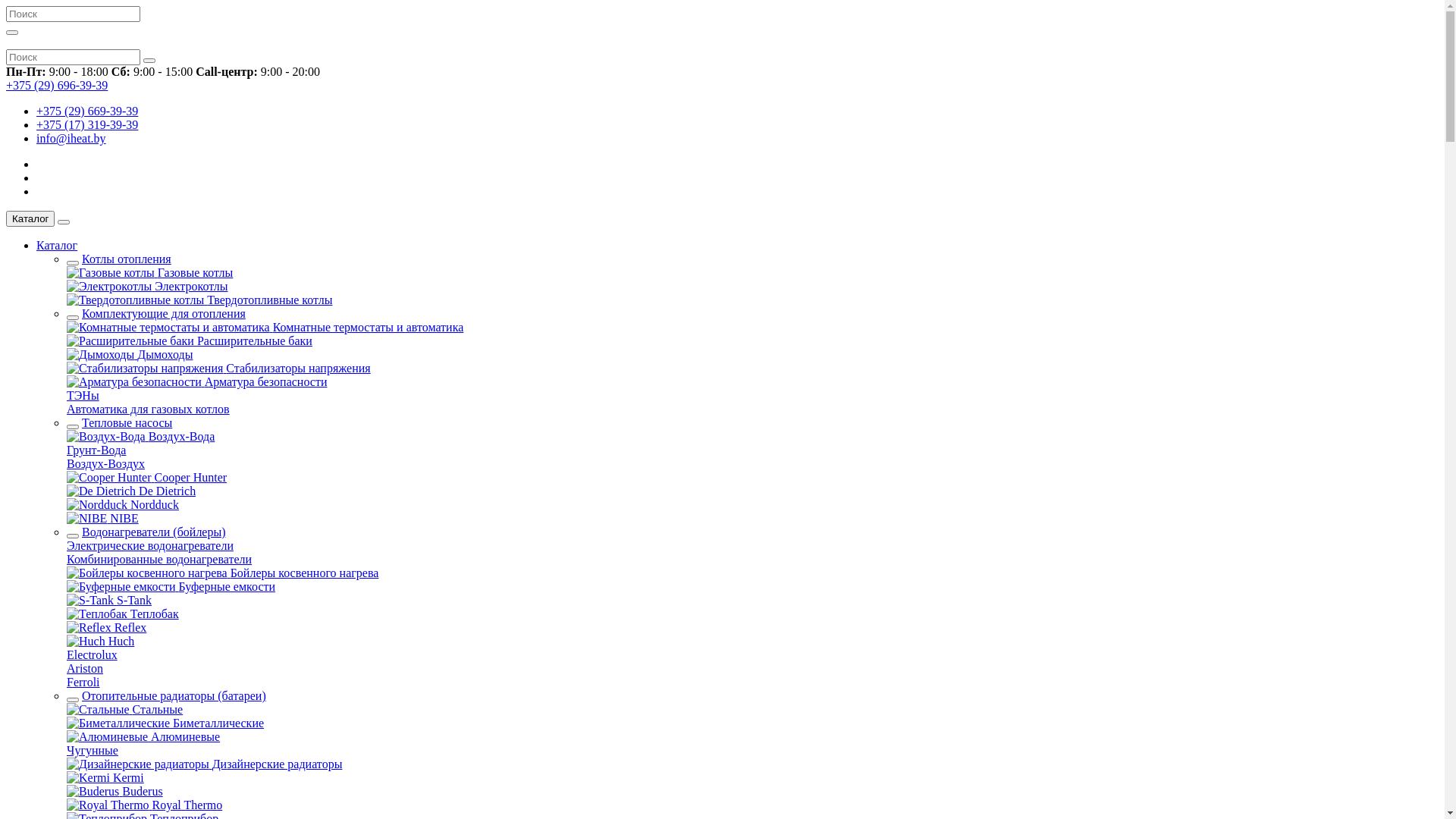 This screenshot has height=819, width=1456. What do you see at coordinates (99, 641) in the screenshot?
I see `'Huch'` at bounding box center [99, 641].